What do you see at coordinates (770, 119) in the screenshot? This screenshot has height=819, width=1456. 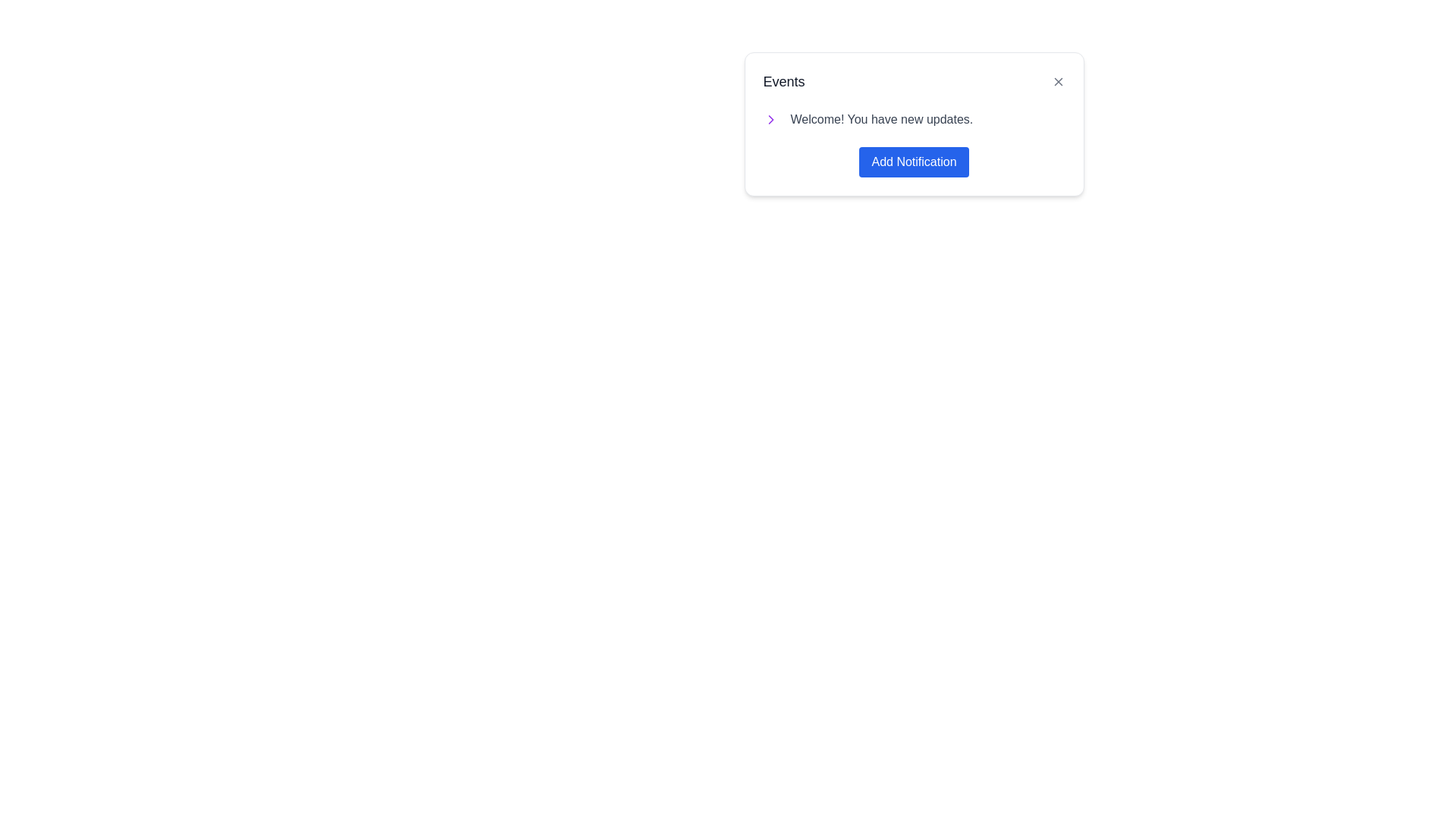 I see `the rightward-facing chevron icon within the 'Events' section` at bounding box center [770, 119].